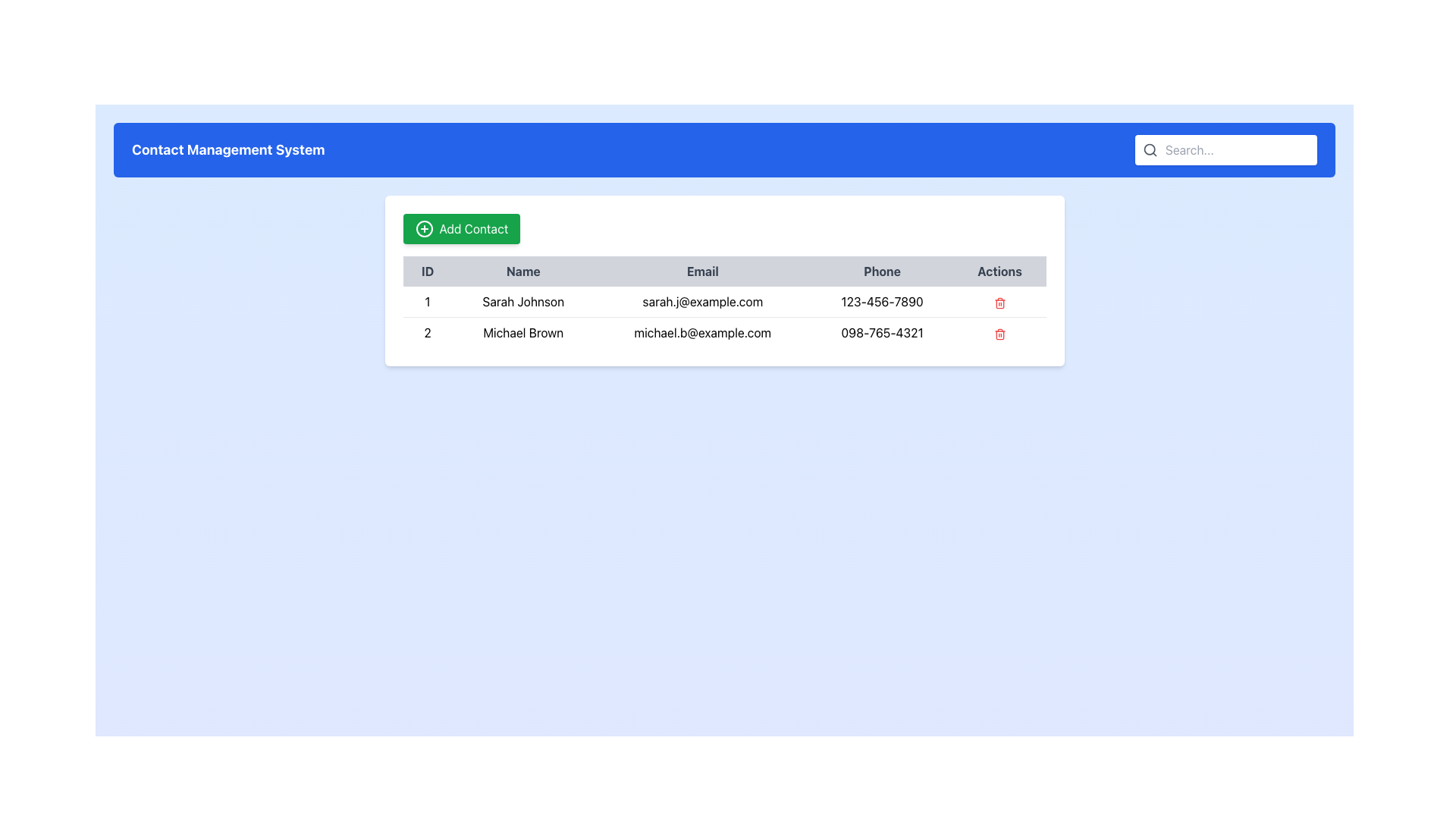 This screenshot has width=1456, height=819. What do you see at coordinates (424, 228) in the screenshot?
I see `the SVG Circle element that serves as the background of the plus sign in the 'Add Contact' button, located at the top-left corner of the contact information card` at bounding box center [424, 228].